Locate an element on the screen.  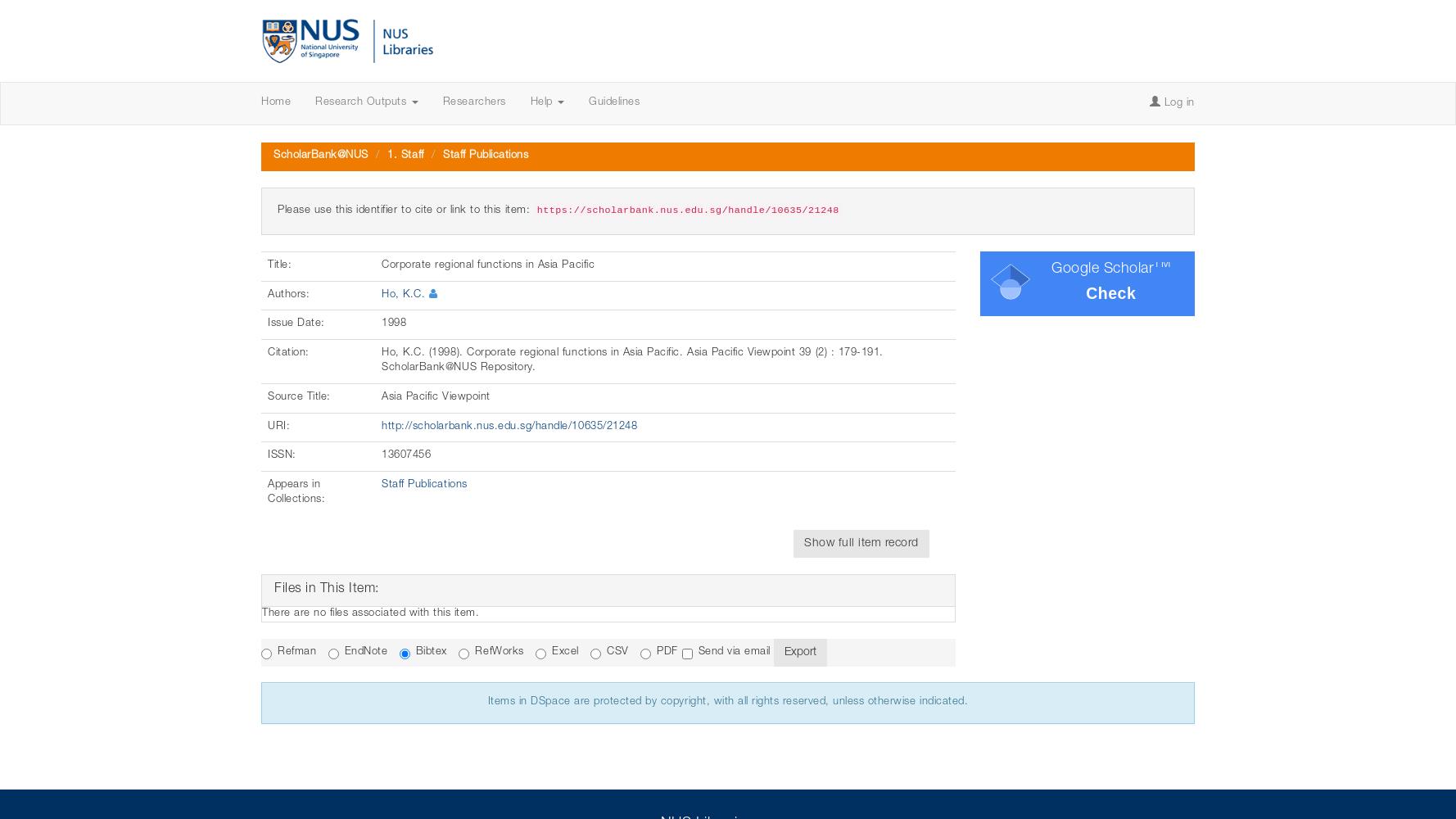
'Guidelines' is located at coordinates (613, 102).